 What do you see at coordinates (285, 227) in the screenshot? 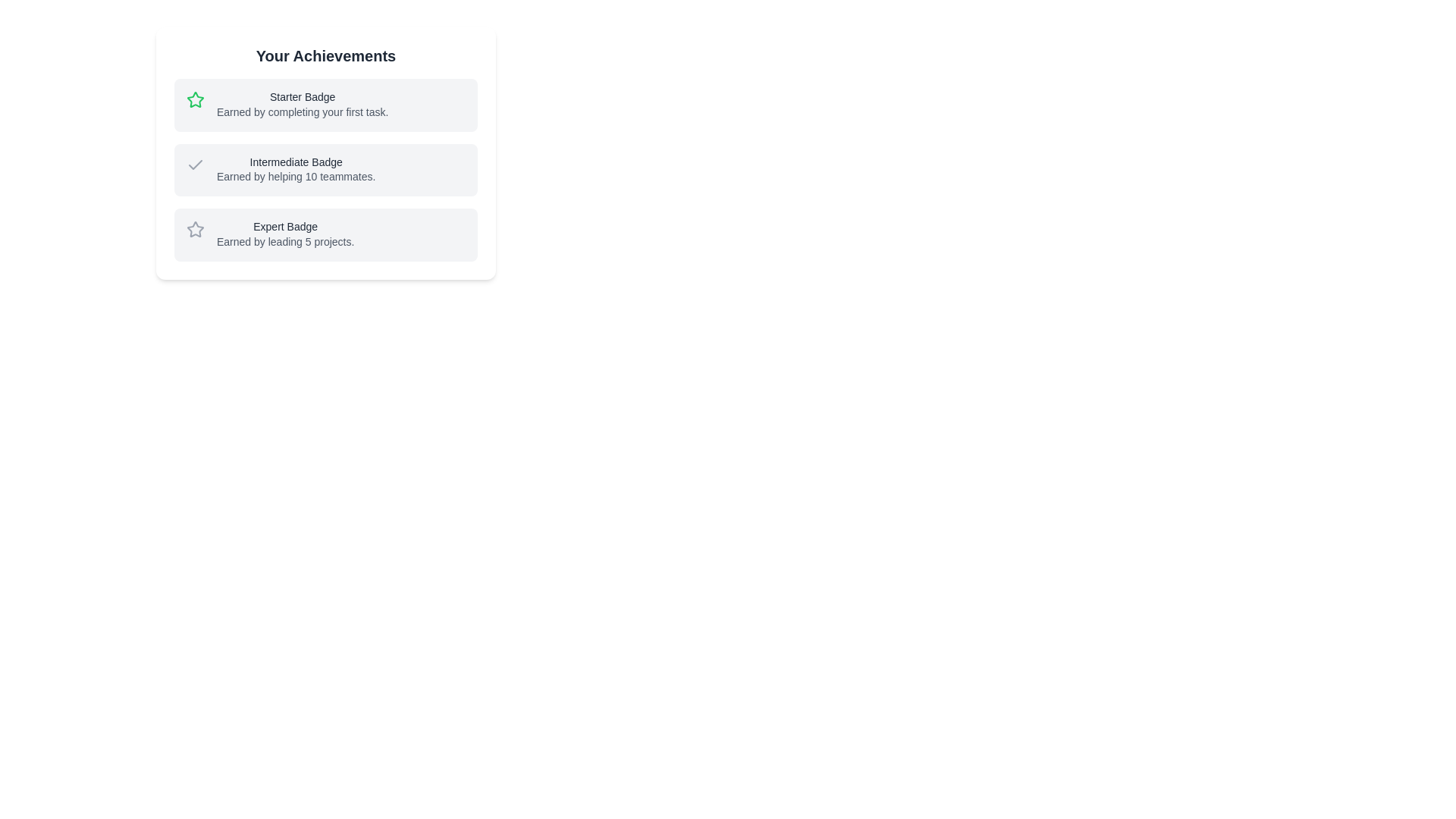
I see `text of the 'Expert Badge' label, which is styled in a medium font weight and dark gray color, located within the achievements list under 'Your Achievements.'` at bounding box center [285, 227].